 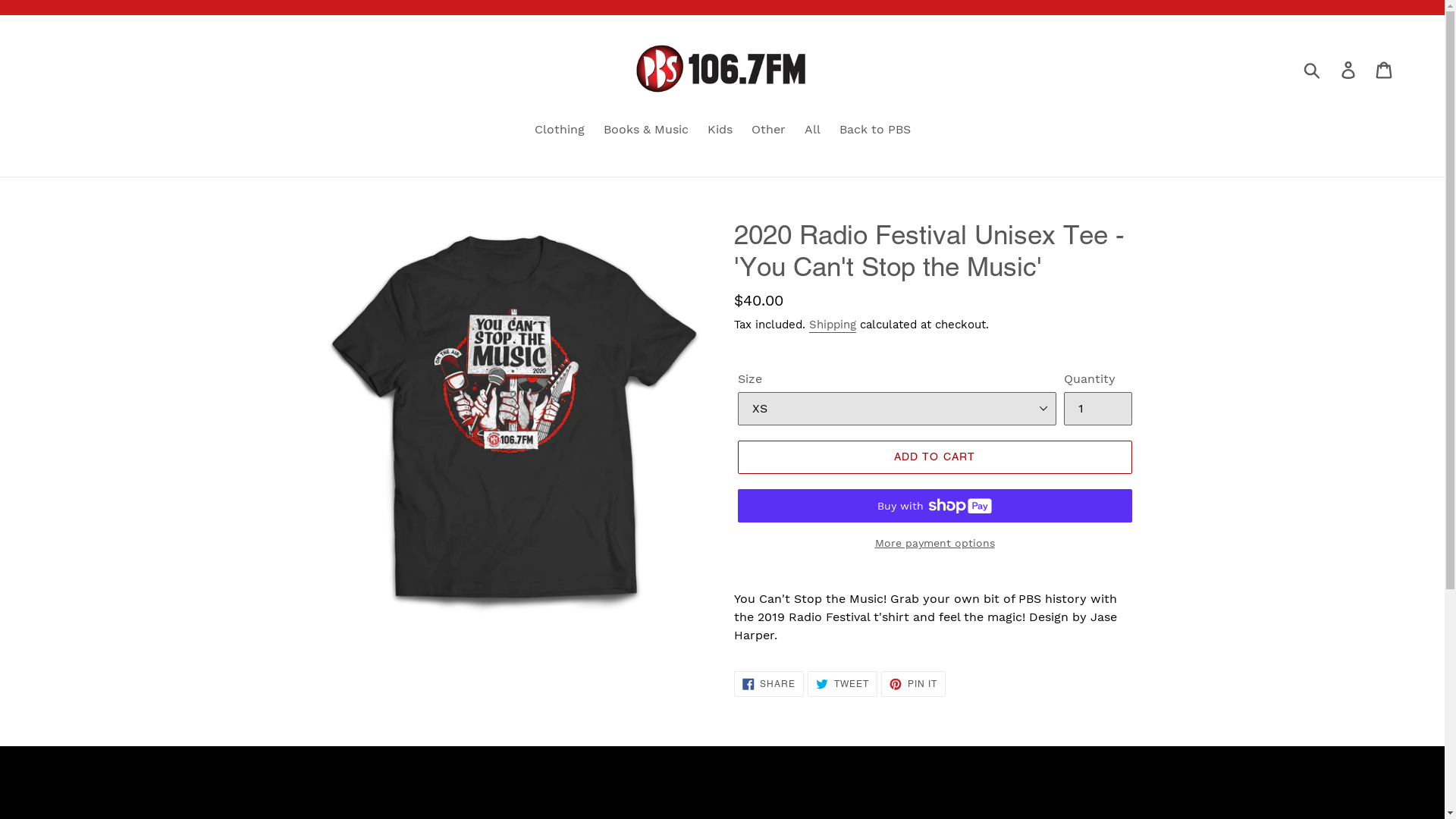 I want to click on 'Books & Music', so click(x=645, y=130).